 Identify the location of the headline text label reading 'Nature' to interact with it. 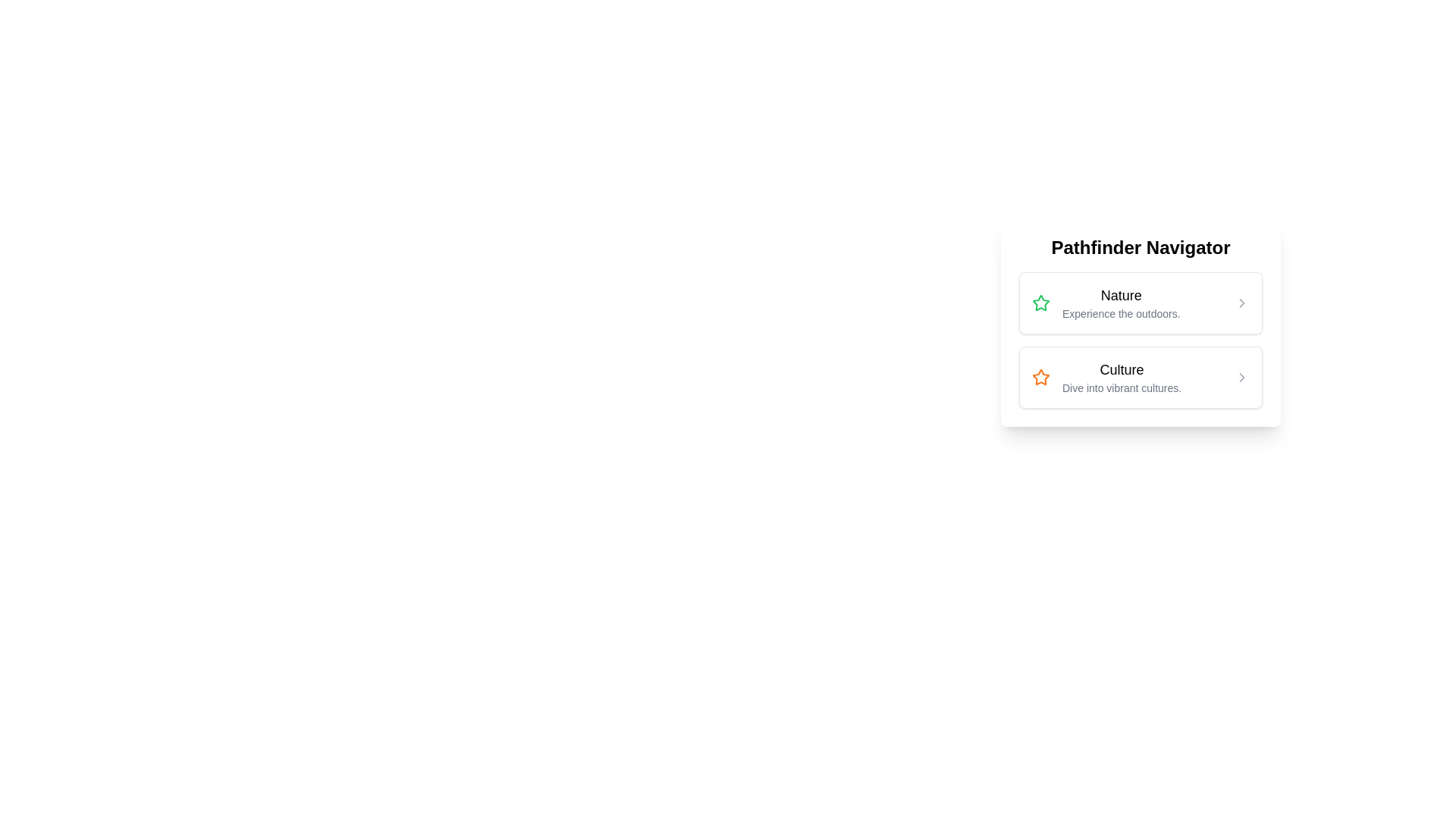
(1121, 295).